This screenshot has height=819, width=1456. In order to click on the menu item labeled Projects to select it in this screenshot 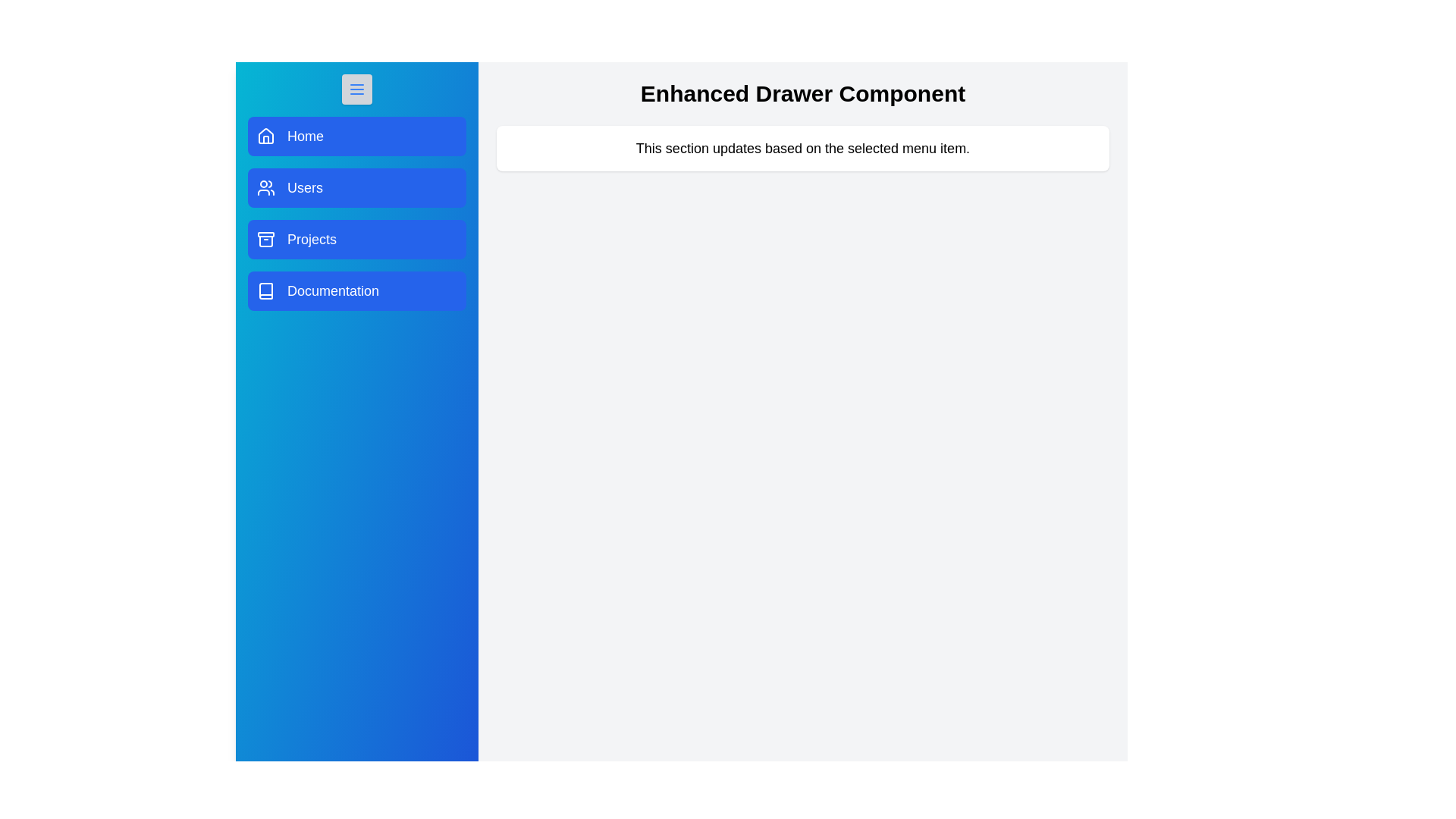, I will do `click(356, 239)`.